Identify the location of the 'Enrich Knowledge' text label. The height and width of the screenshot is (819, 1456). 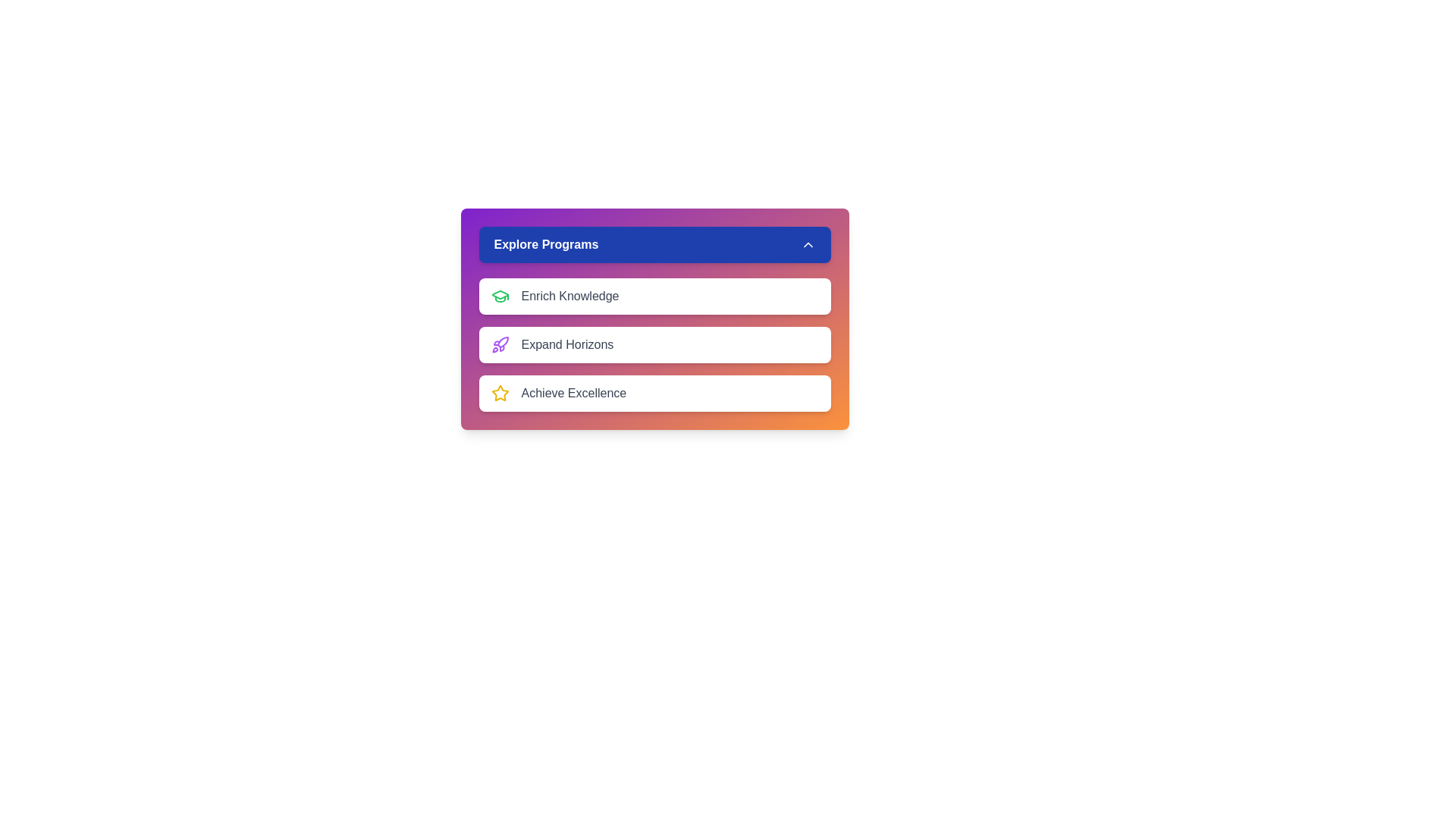
(568, 296).